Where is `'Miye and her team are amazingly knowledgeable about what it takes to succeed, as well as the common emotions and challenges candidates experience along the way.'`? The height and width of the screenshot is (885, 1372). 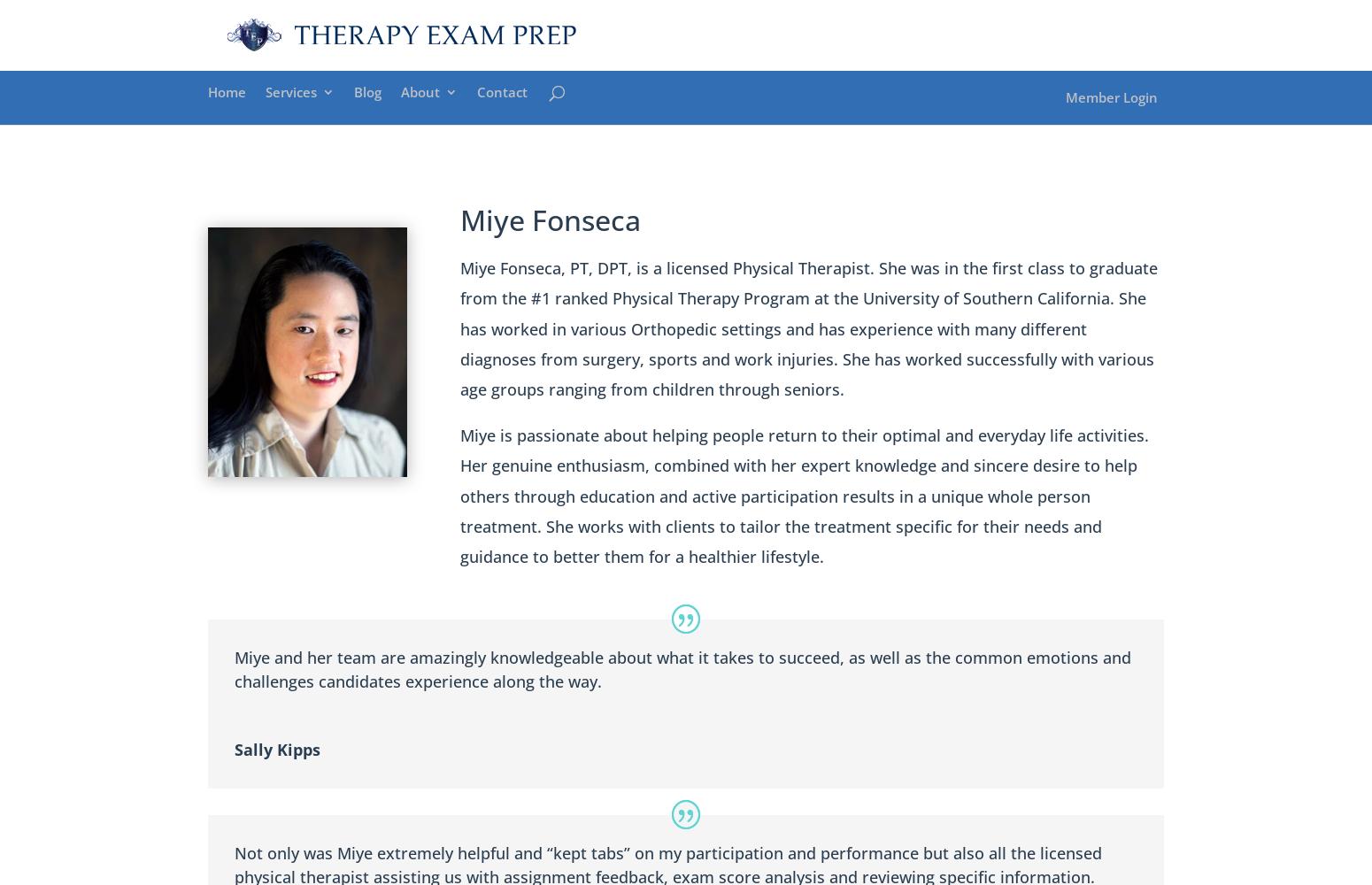
'Miye and her team are amazingly knowledgeable about what it takes to succeed, as well as the common emotions and challenges candidates experience along the way.' is located at coordinates (682, 669).